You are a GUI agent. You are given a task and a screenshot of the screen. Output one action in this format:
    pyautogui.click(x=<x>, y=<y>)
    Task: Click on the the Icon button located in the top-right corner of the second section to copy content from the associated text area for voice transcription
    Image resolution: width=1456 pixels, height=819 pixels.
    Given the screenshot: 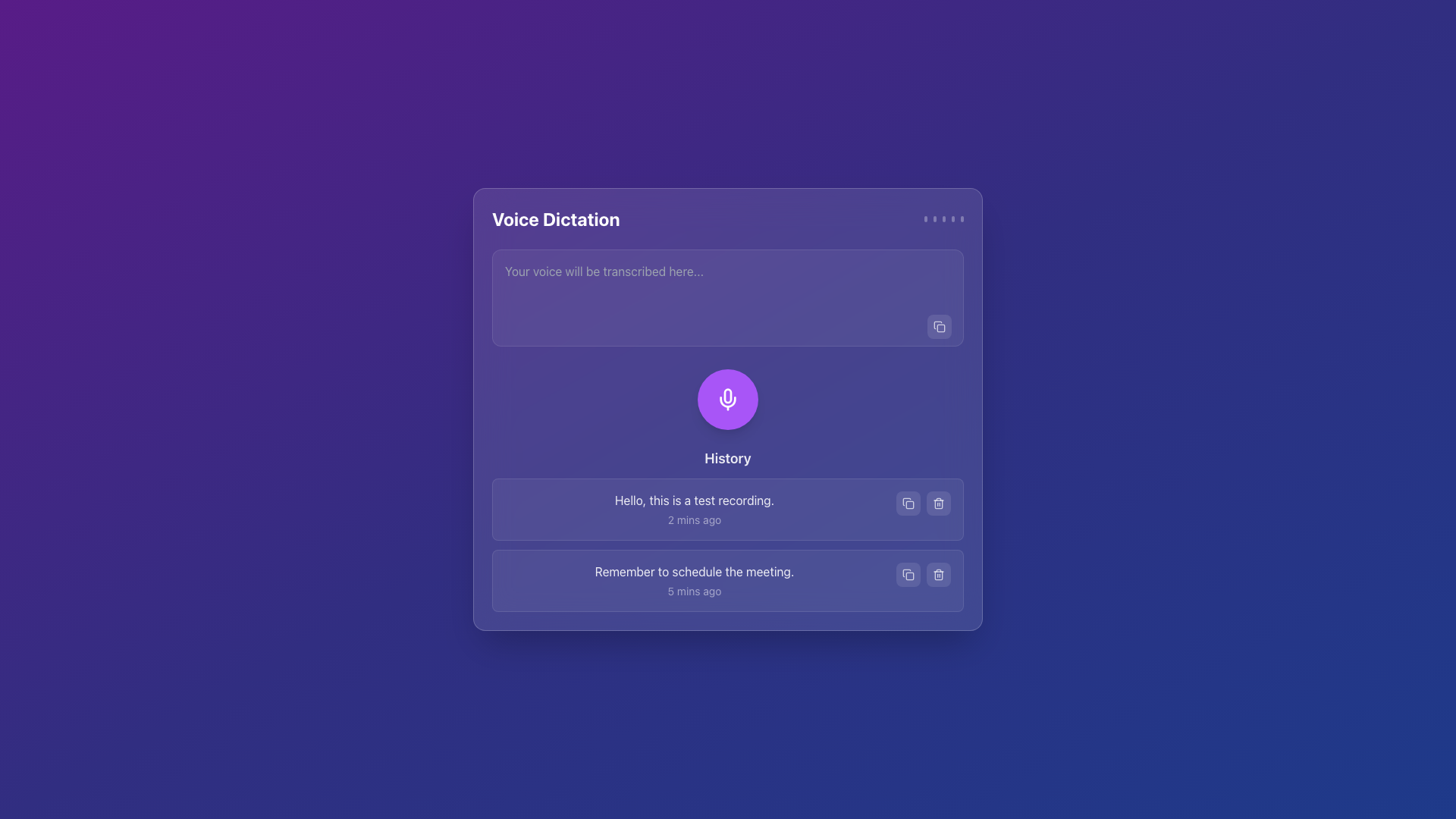 What is the action you would take?
    pyautogui.click(x=938, y=326)
    